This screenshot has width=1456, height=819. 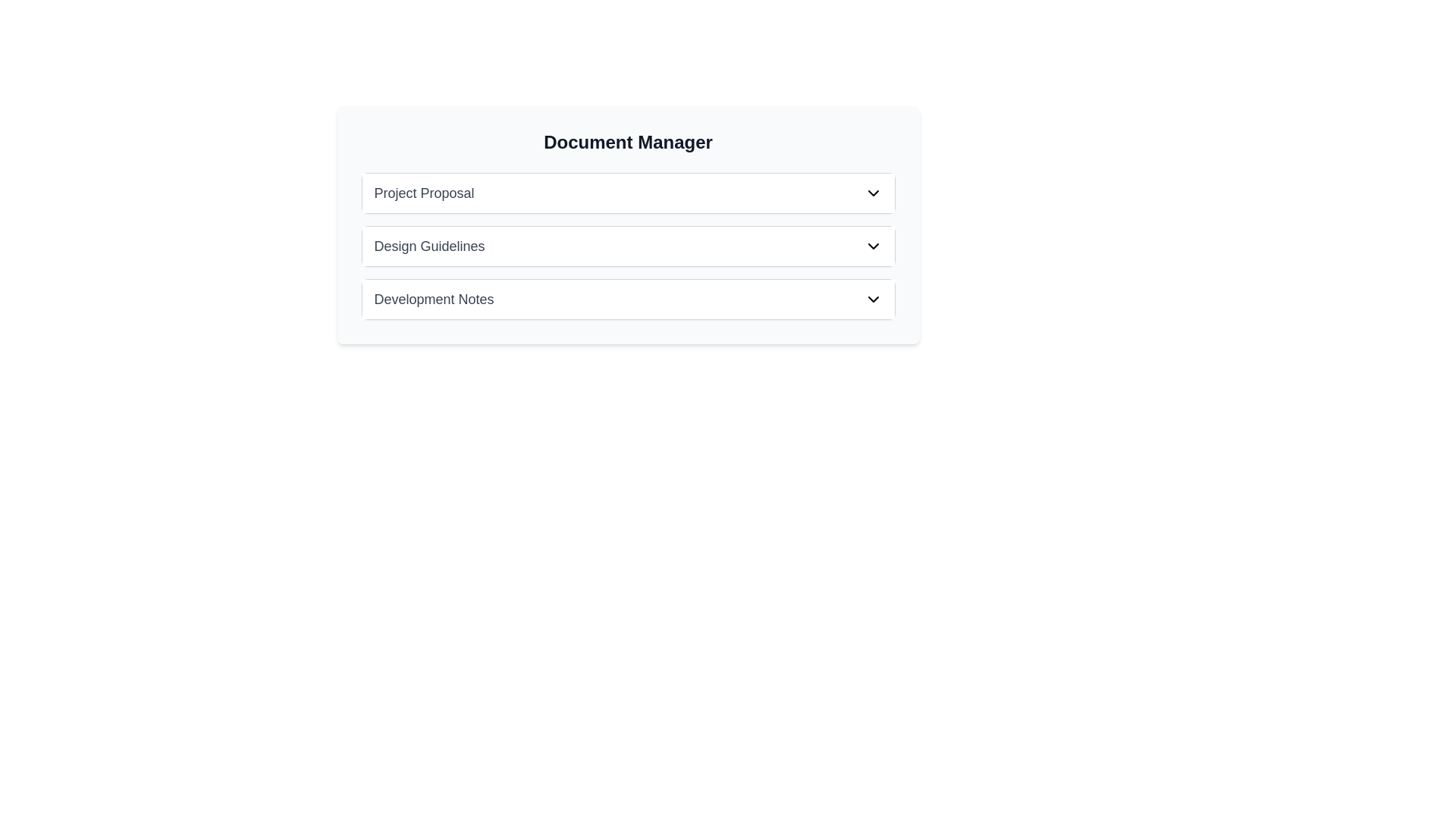 I want to click on the second entry of the dropdown trigger row under 'Document Manager' to expand or hide additional content related to 'Design Guidelines.', so click(x=628, y=245).